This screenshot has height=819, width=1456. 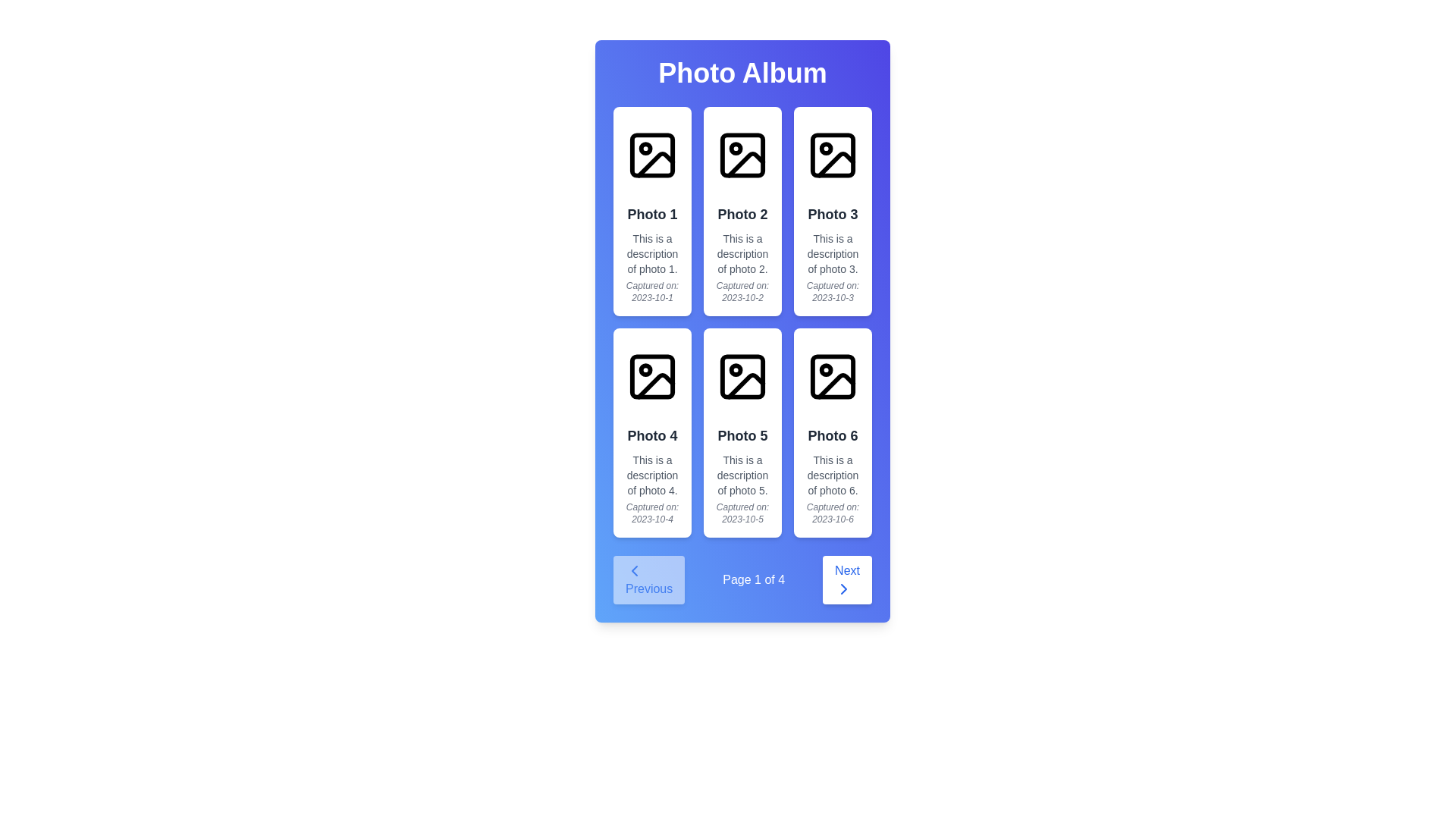 I want to click on the informational text label providing the timestamp or metadata for 'Photo 6', positioned below its description, so click(x=832, y=513).